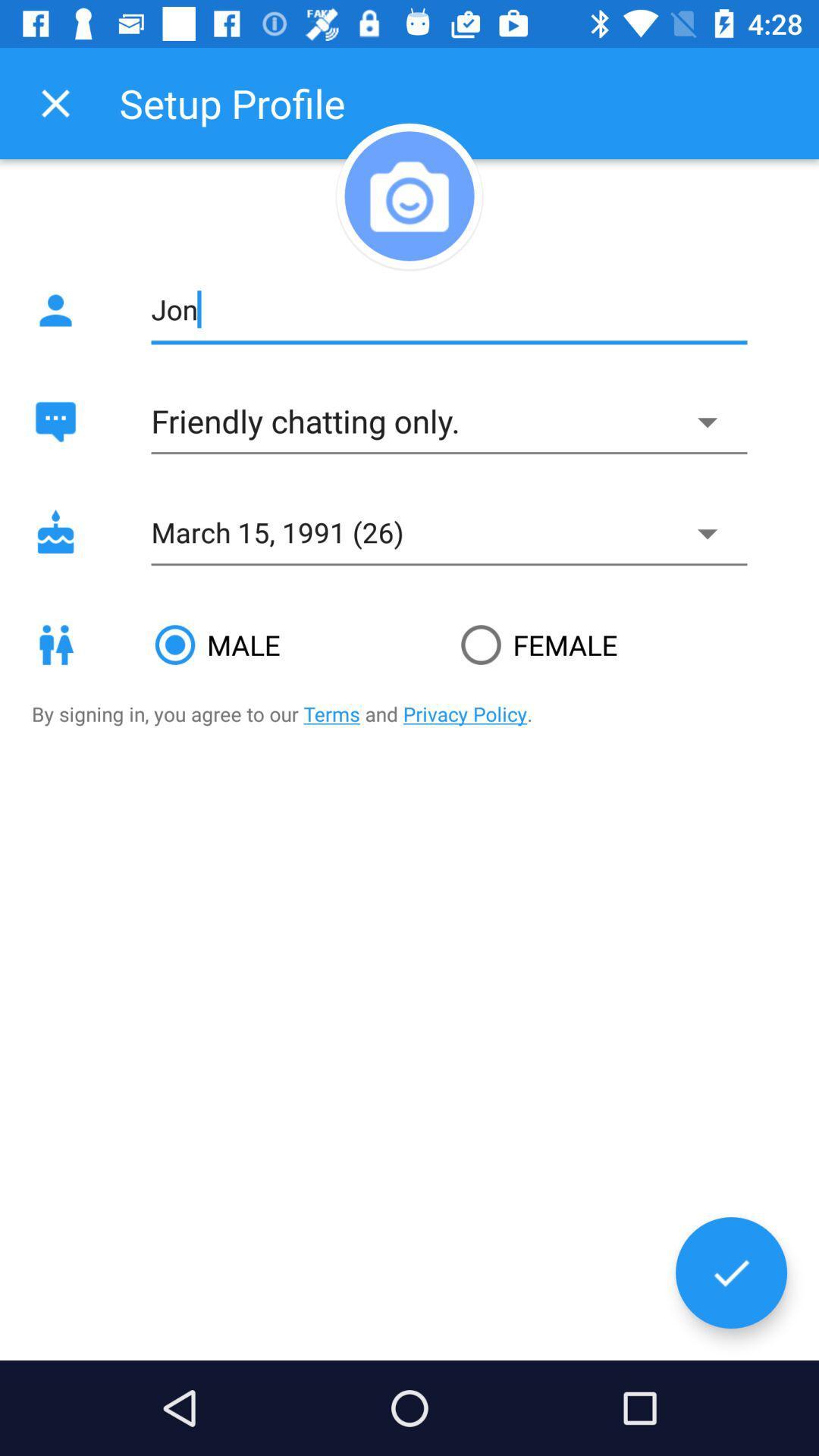 The image size is (819, 1456). What do you see at coordinates (55, 422) in the screenshot?
I see `the message box image option to the left of friendly chatting only text` at bounding box center [55, 422].